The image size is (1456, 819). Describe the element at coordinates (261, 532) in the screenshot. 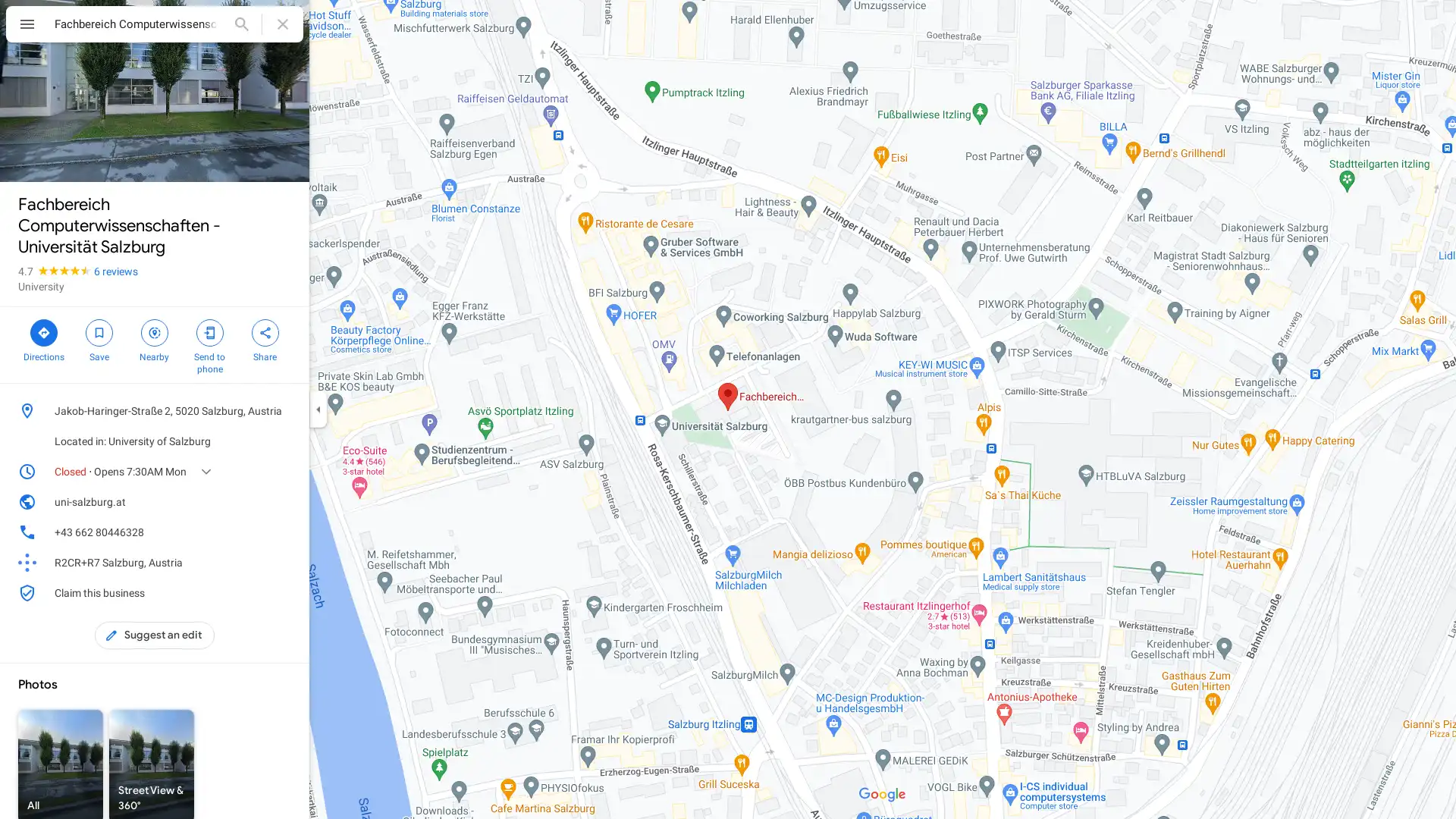

I see `Copy phone number` at that location.